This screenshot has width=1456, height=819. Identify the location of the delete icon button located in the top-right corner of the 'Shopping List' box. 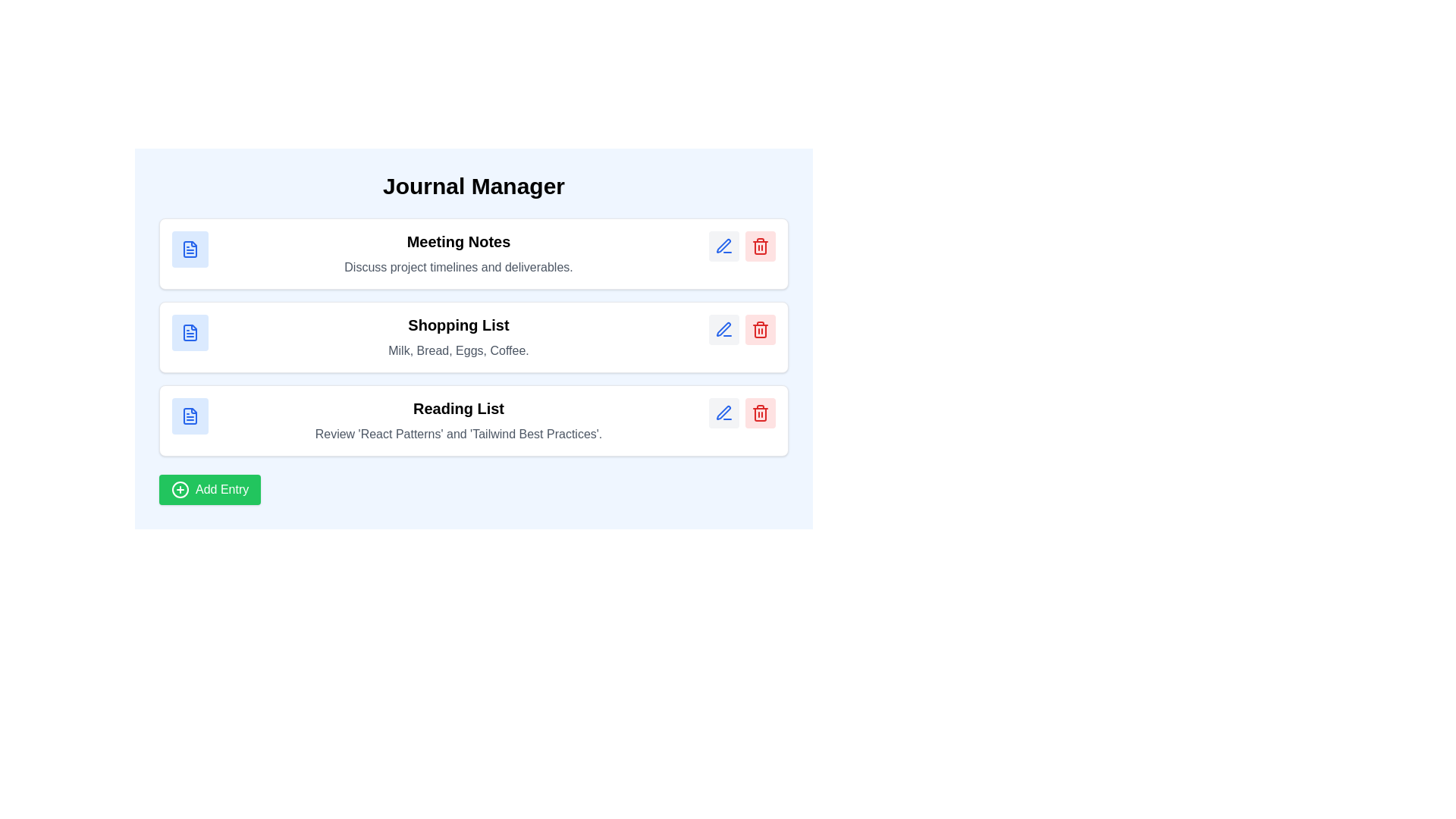
(761, 245).